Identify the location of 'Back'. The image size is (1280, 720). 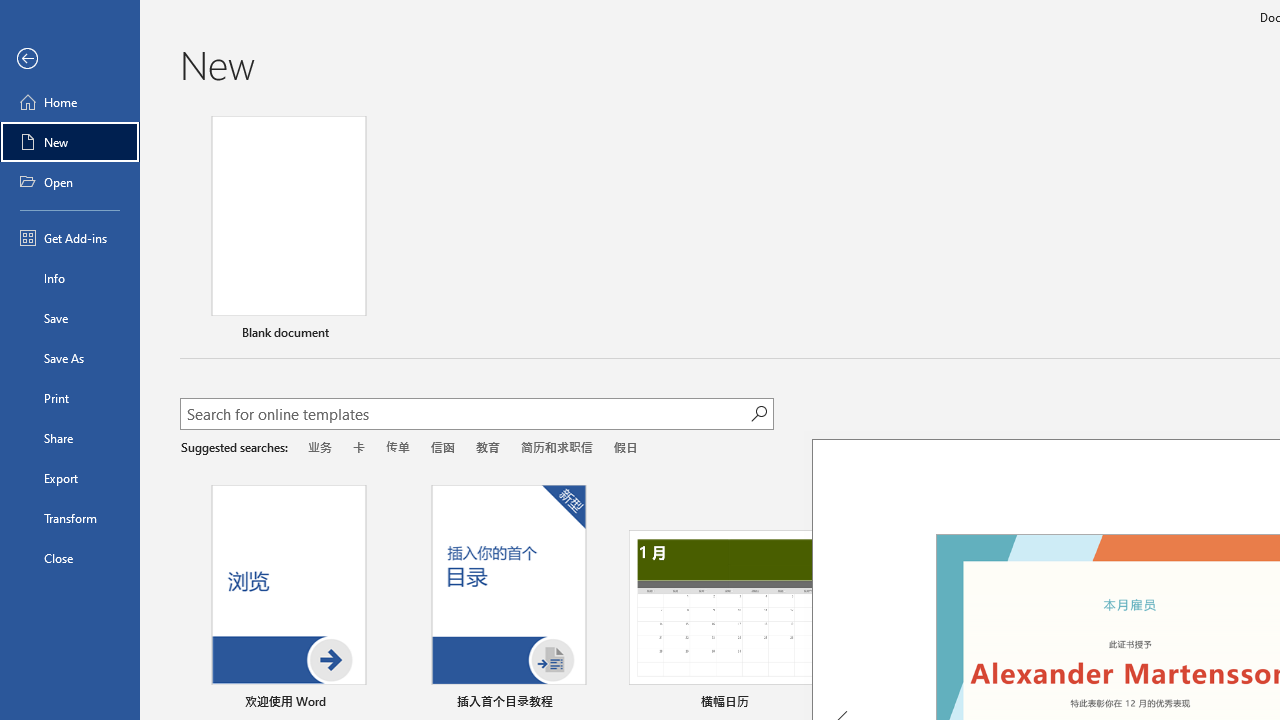
(69, 58).